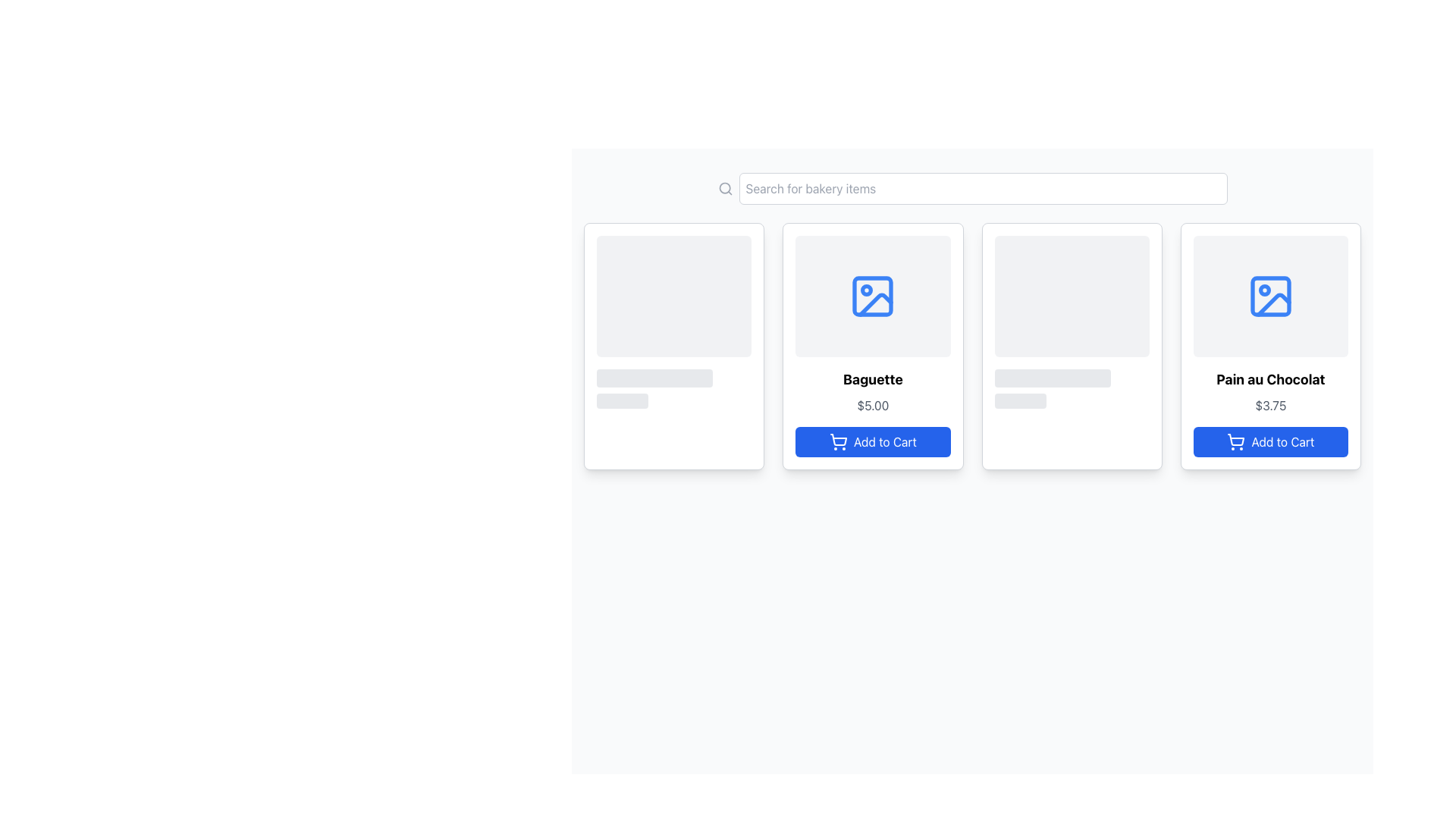  Describe the element at coordinates (1236, 440) in the screenshot. I see `the Add to Cart button represented by the cart icon located at the bottom of the rightmost product card for 'Pain au Chocolat'` at that location.